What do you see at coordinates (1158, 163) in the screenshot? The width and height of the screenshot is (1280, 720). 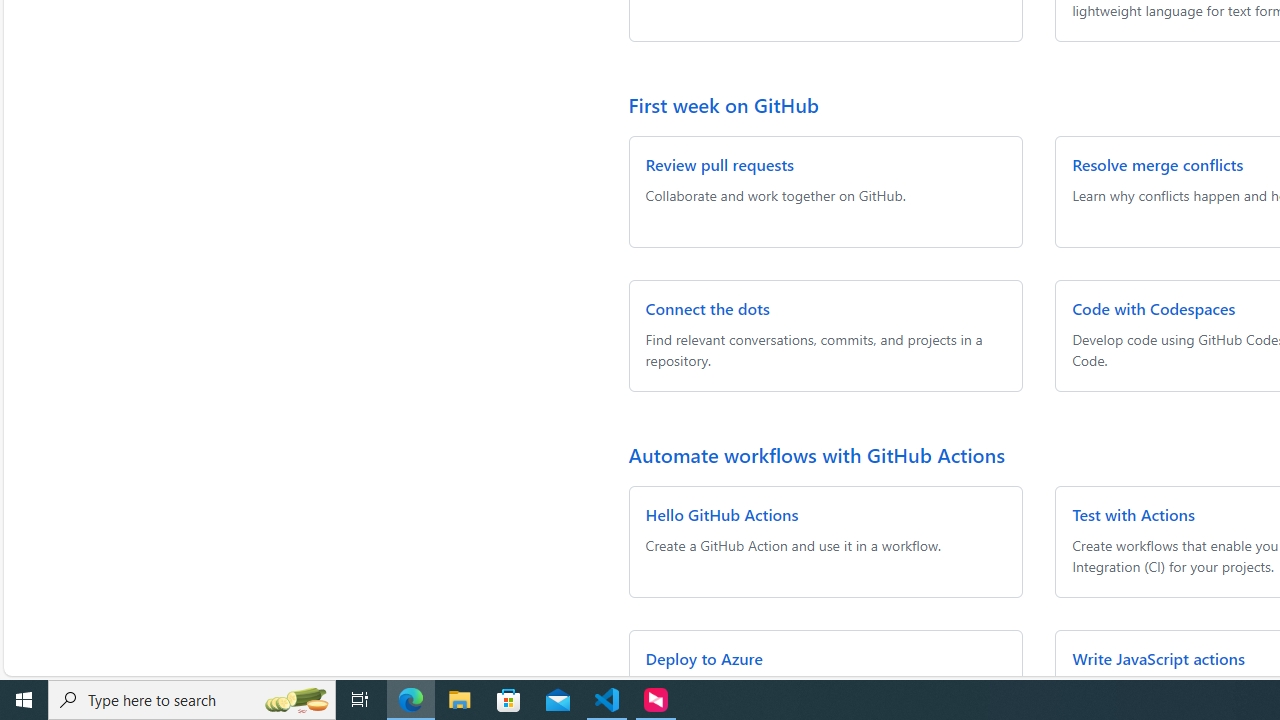 I see `'Resolve merge conflicts'` at bounding box center [1158, 163].